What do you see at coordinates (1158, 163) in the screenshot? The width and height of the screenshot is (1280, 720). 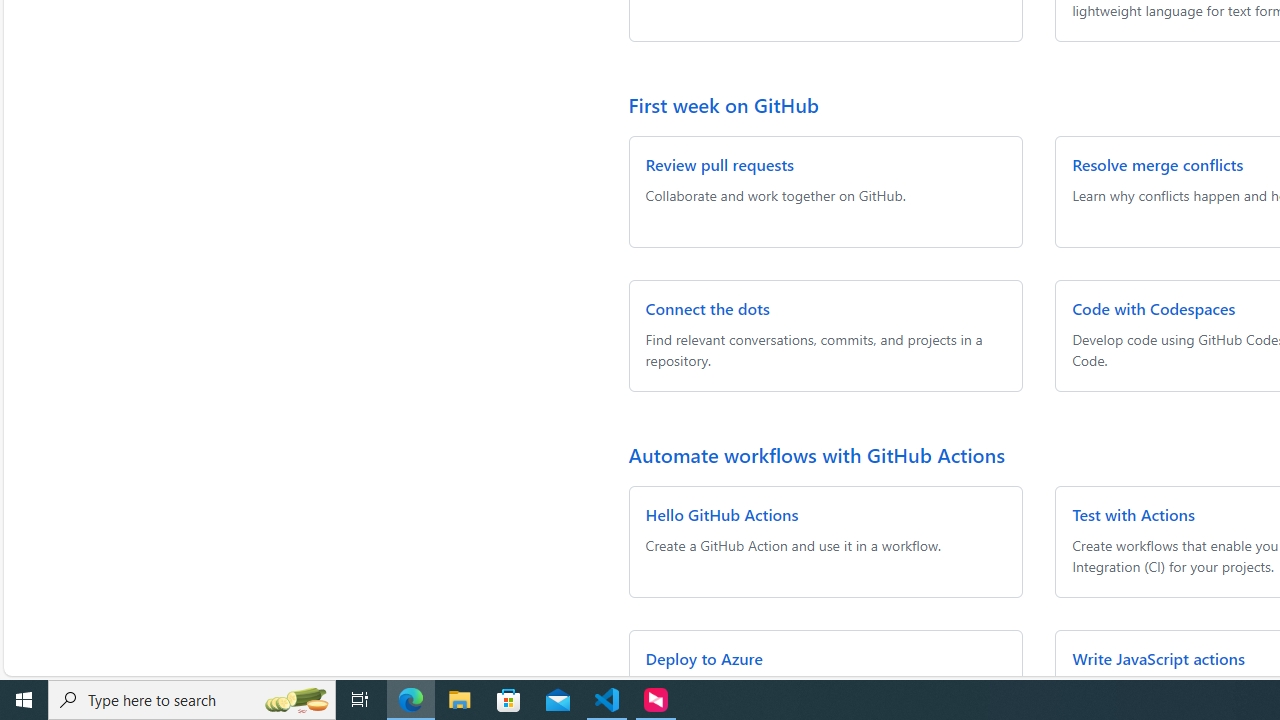 I see `'Resolve merge conflicts'` at bounding box center [1158, 163].